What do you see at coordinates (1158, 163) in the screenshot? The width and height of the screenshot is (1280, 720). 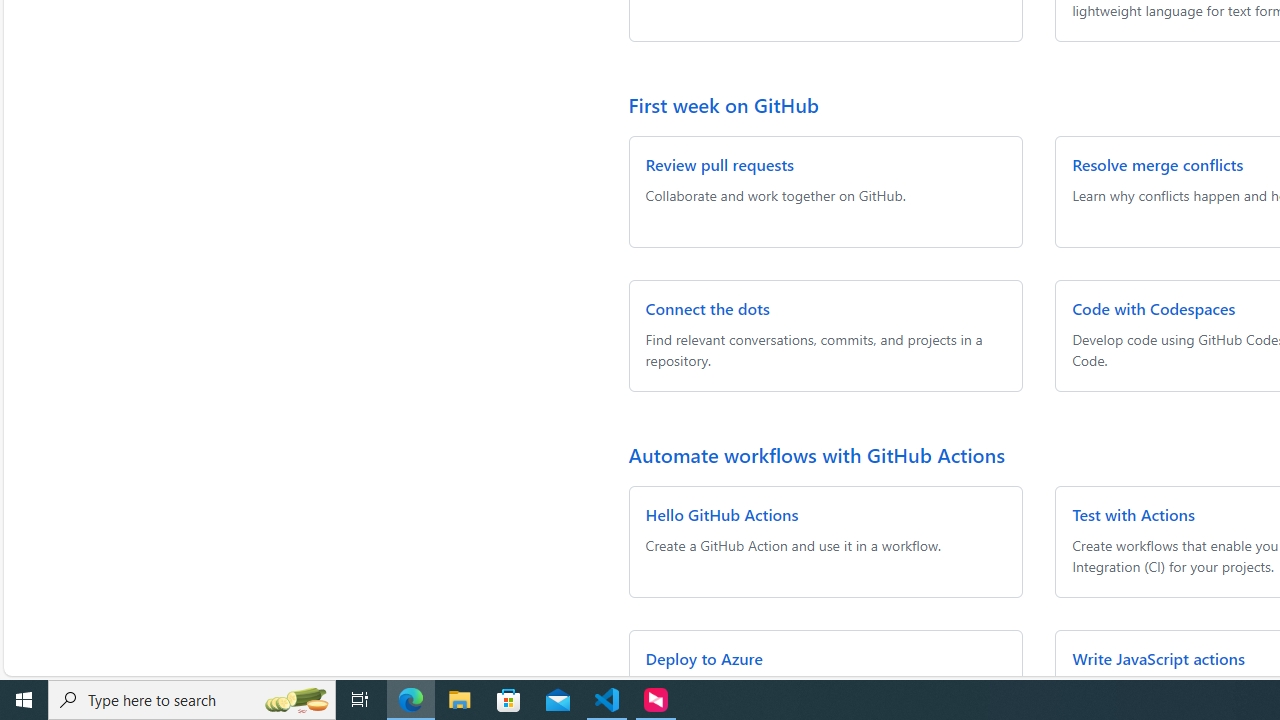 I see `'Resolve merge conflicts'` at bounding box center [1158, 163].